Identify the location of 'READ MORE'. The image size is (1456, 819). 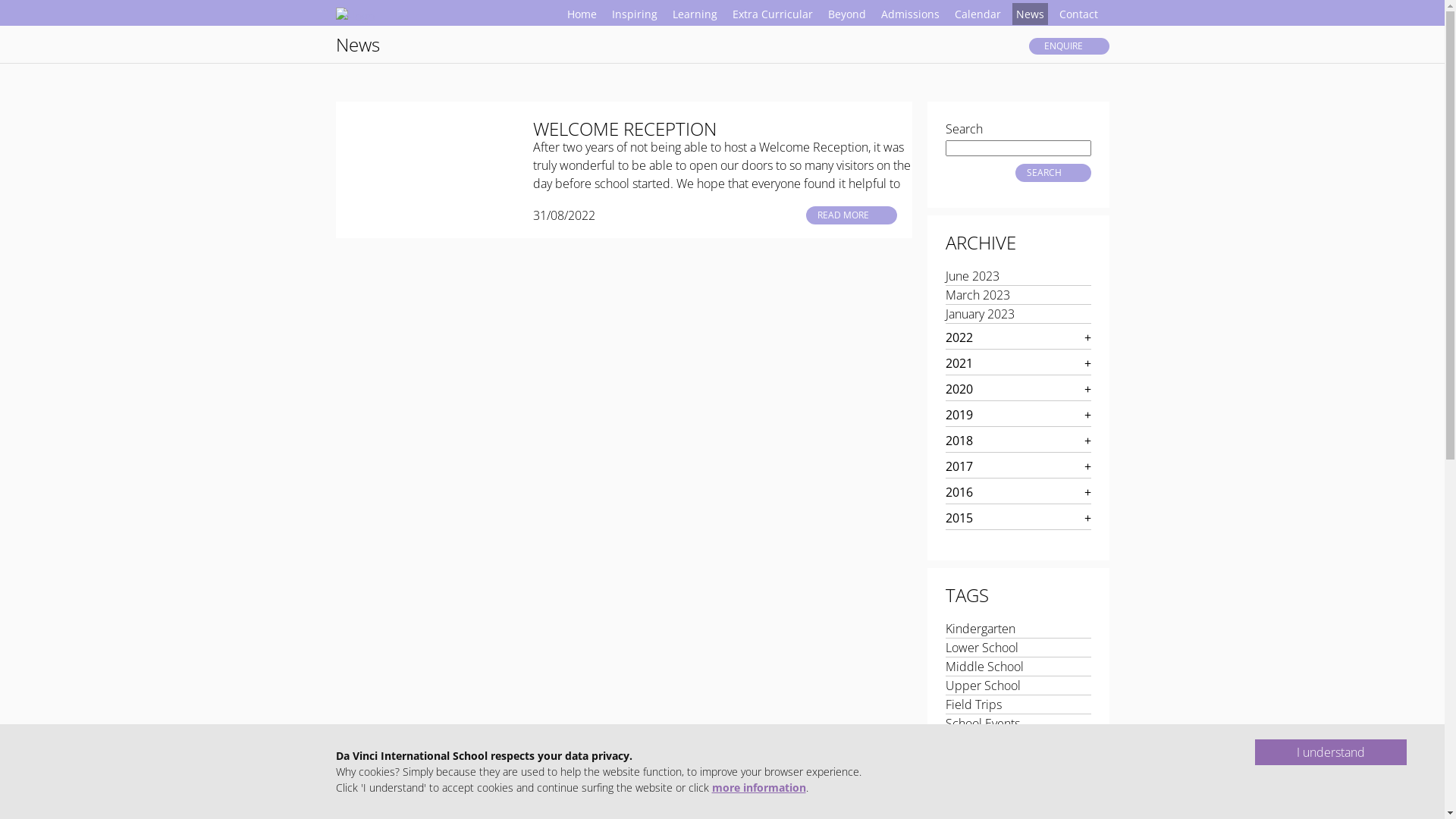
(851, 215).